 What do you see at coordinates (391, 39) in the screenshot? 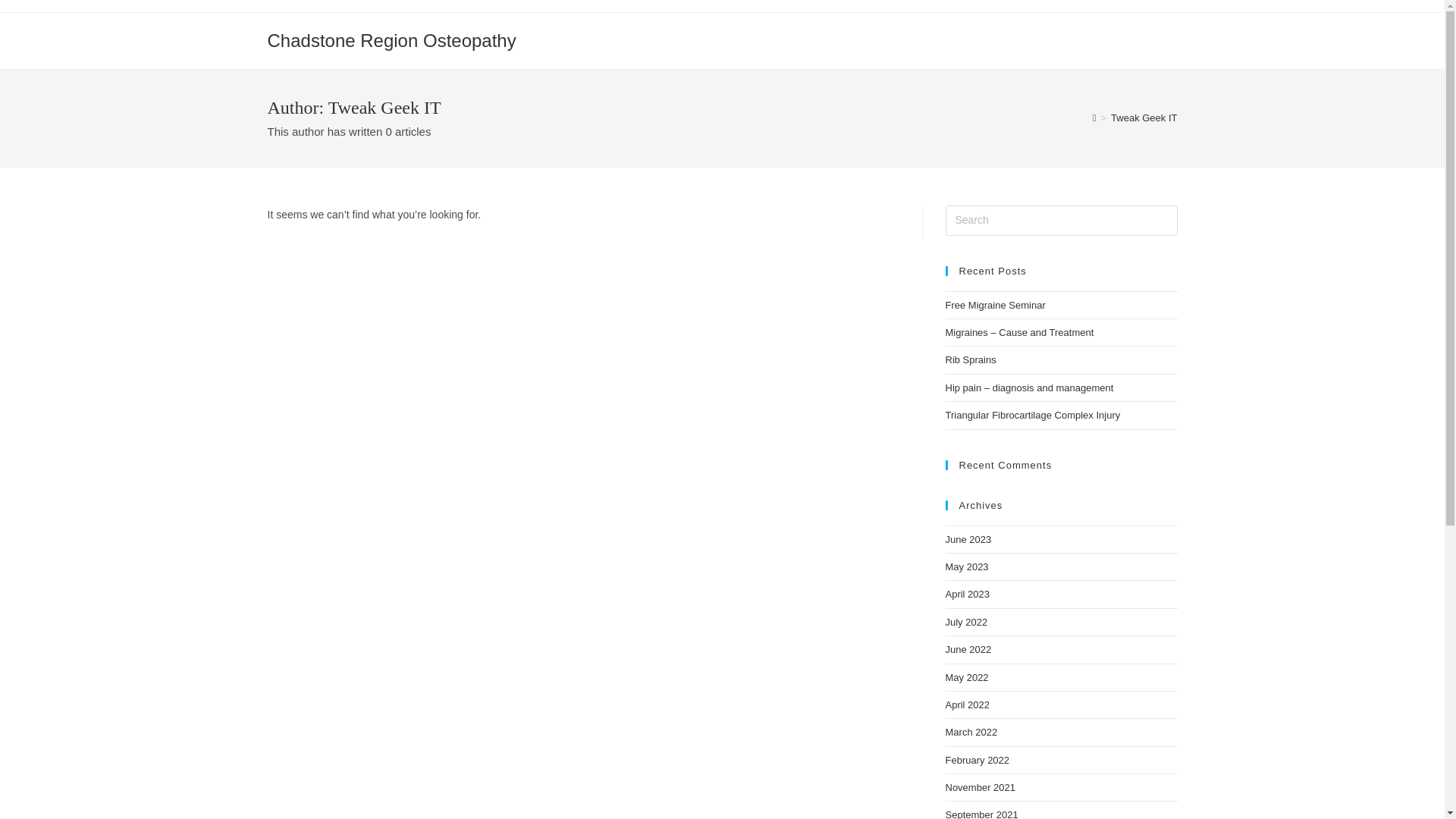
I see `'Chadstone Region Osteopathy'` at bounding box center [391, 39].